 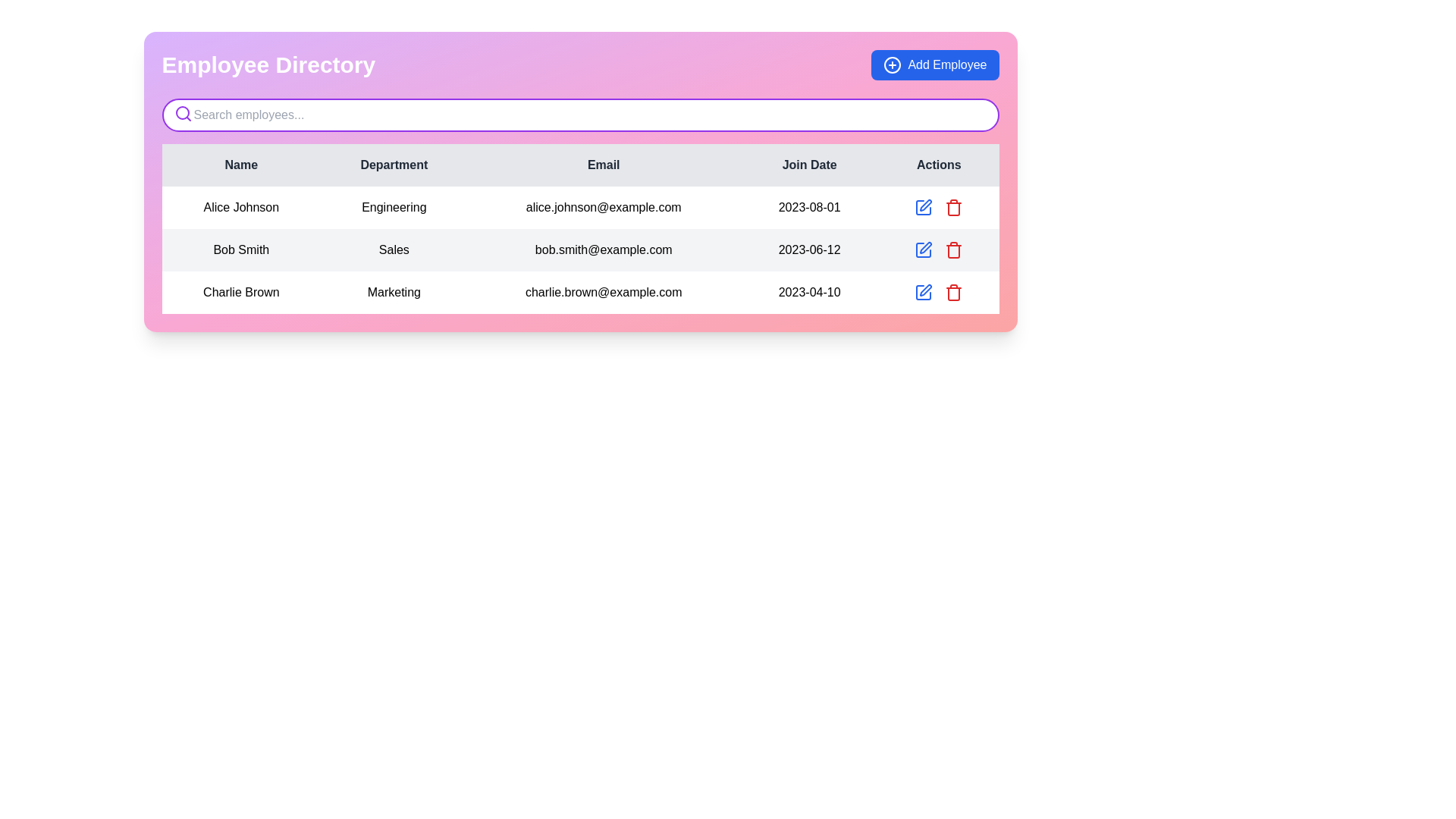 I want to click on the static text element that displays the email address for 'Bob Smith' in the employee directory table, so click(x=603, y=249).